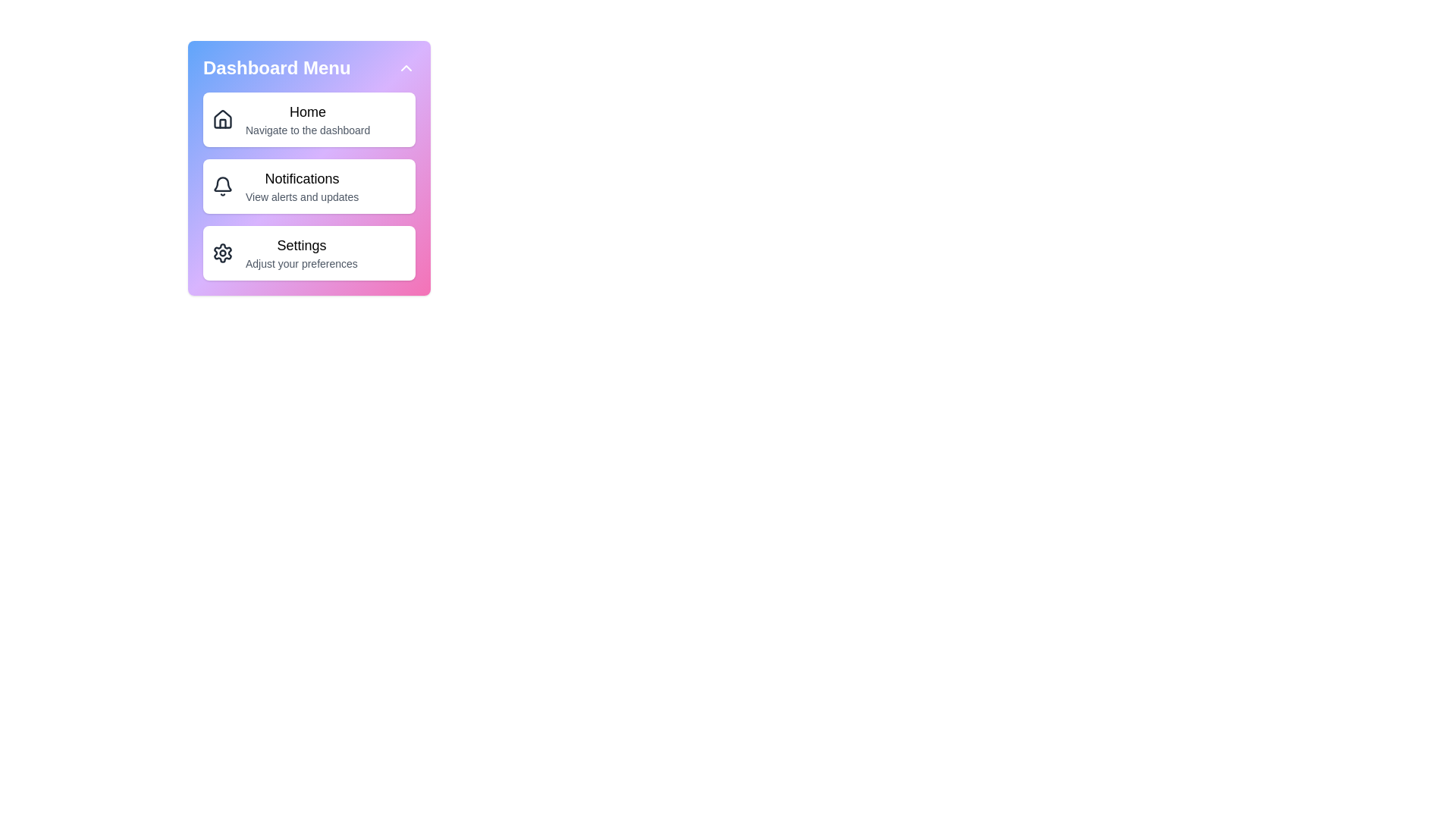 The width and height of the screenshot is (1456, 819). Describe the element at coordinates (309, 186) in the screenshot. I see `the menu item Notifications to reveal additional details` at that location.